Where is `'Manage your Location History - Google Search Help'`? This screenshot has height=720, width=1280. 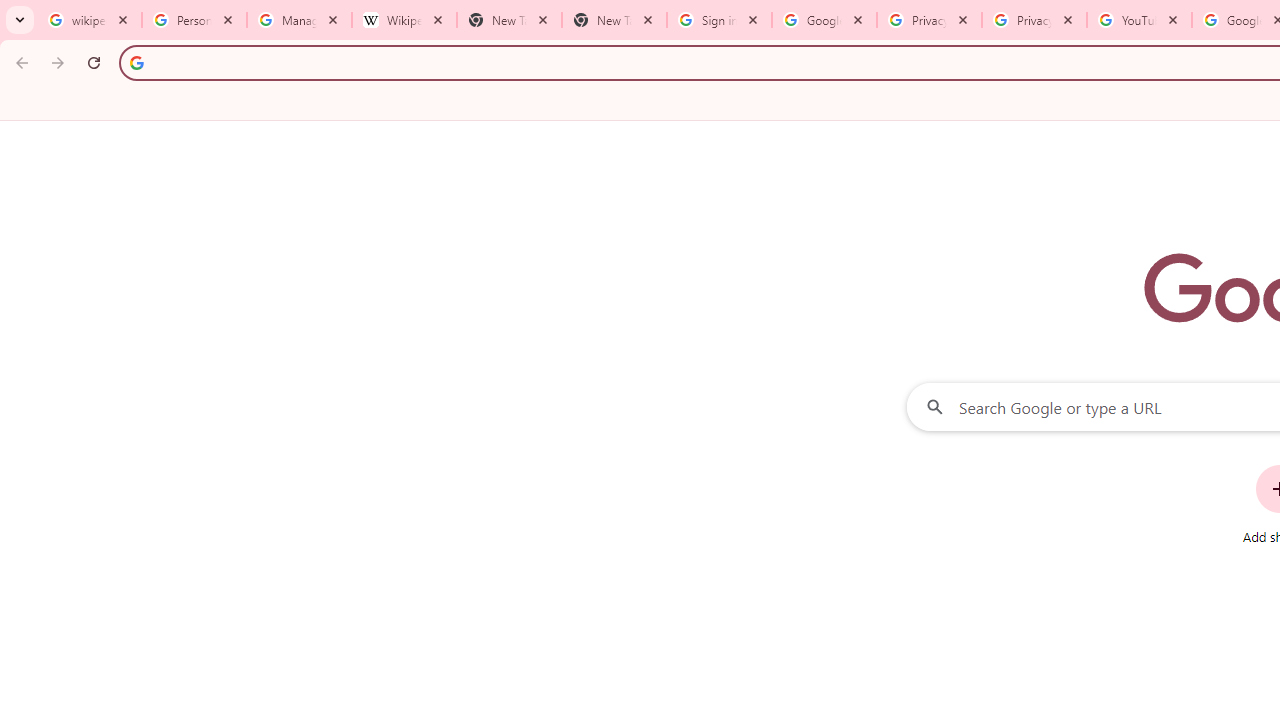 'Manage your Location History - Google Search Help' is located at coordinates (298, 20).